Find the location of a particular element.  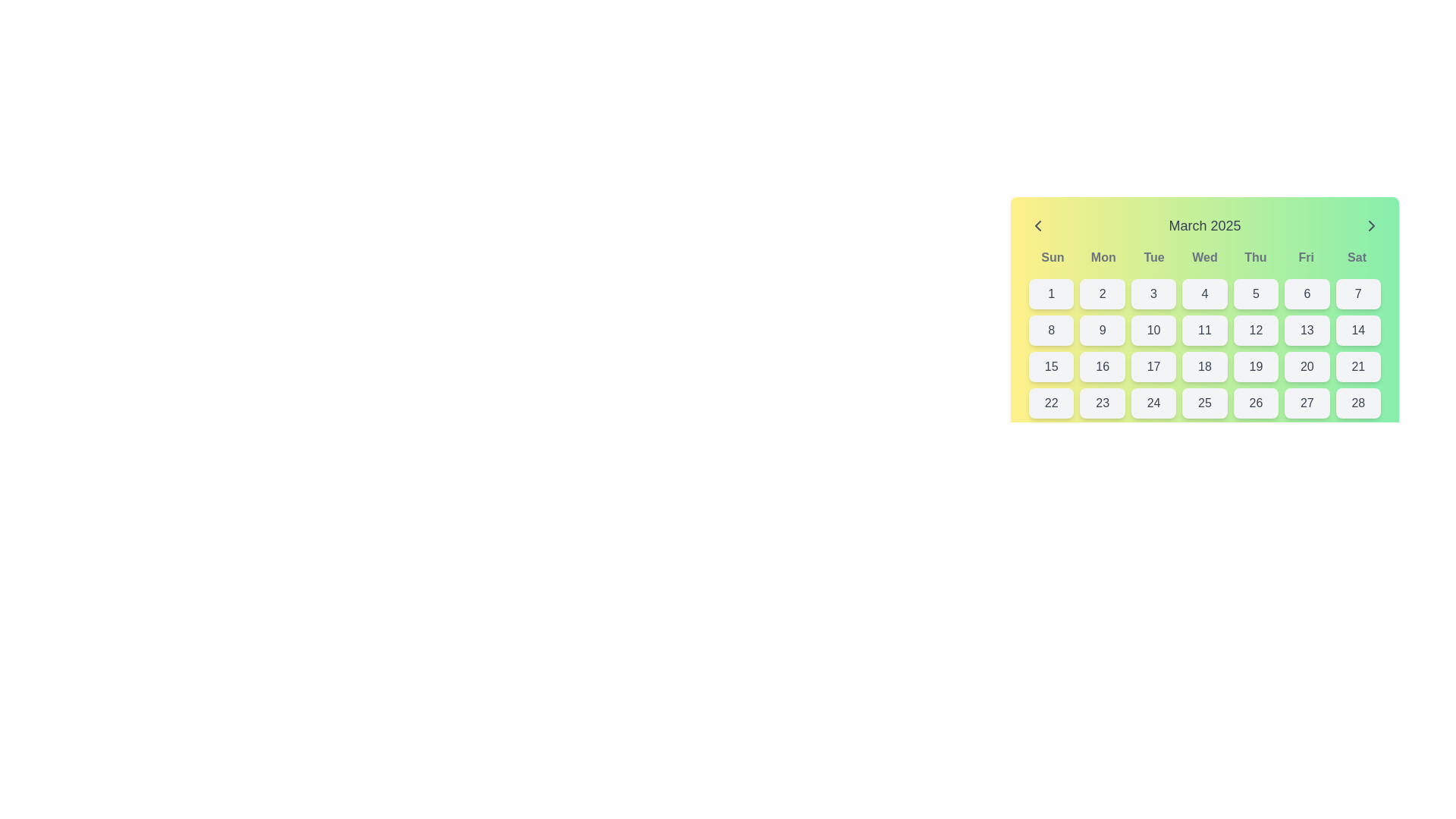

the button representing the 17th day in the calendar is located at coordinates (1153, 366).